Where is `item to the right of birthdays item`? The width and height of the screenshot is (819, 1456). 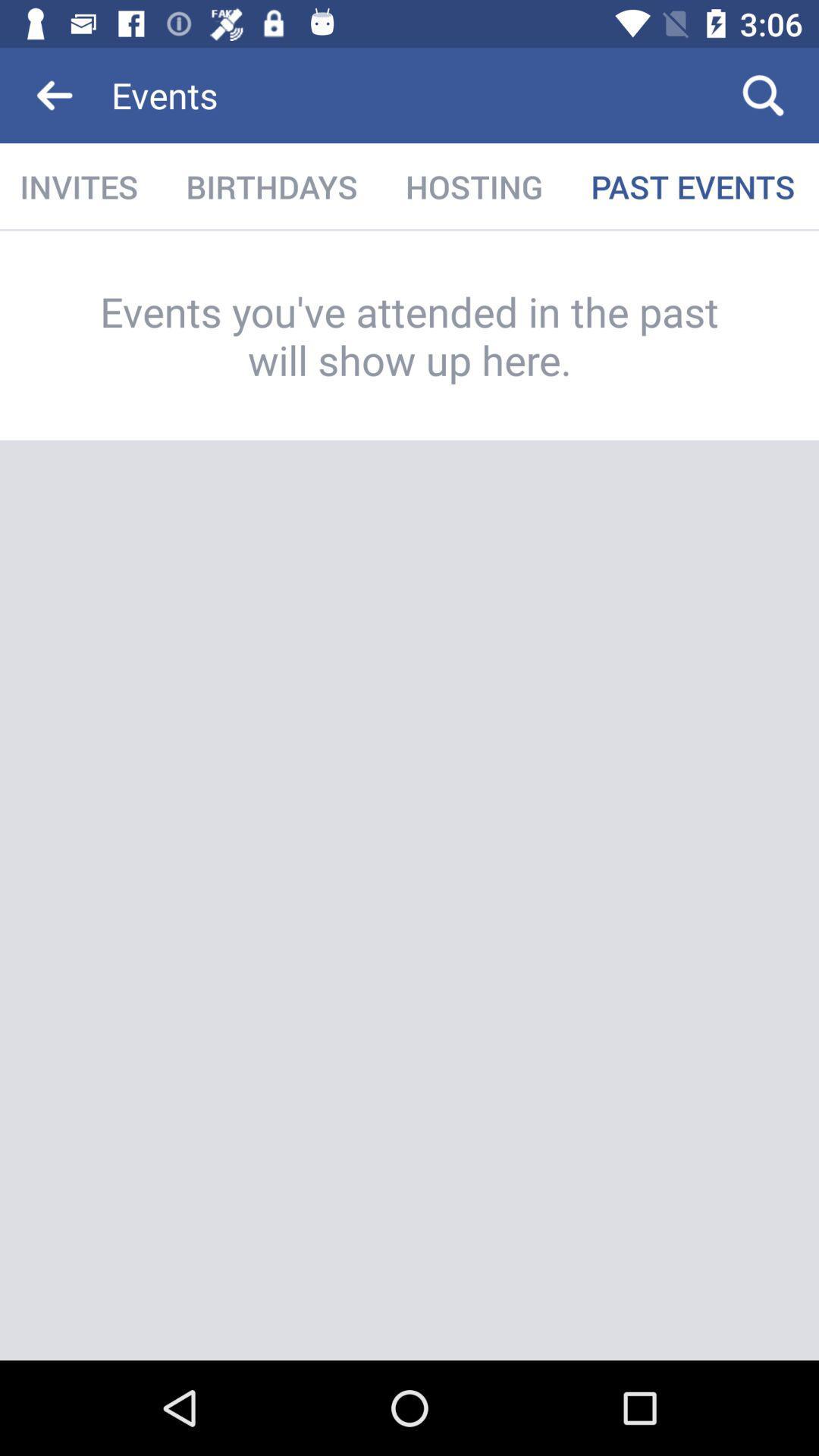
item to the right of birthdays item is located at coordinates (473, 186).